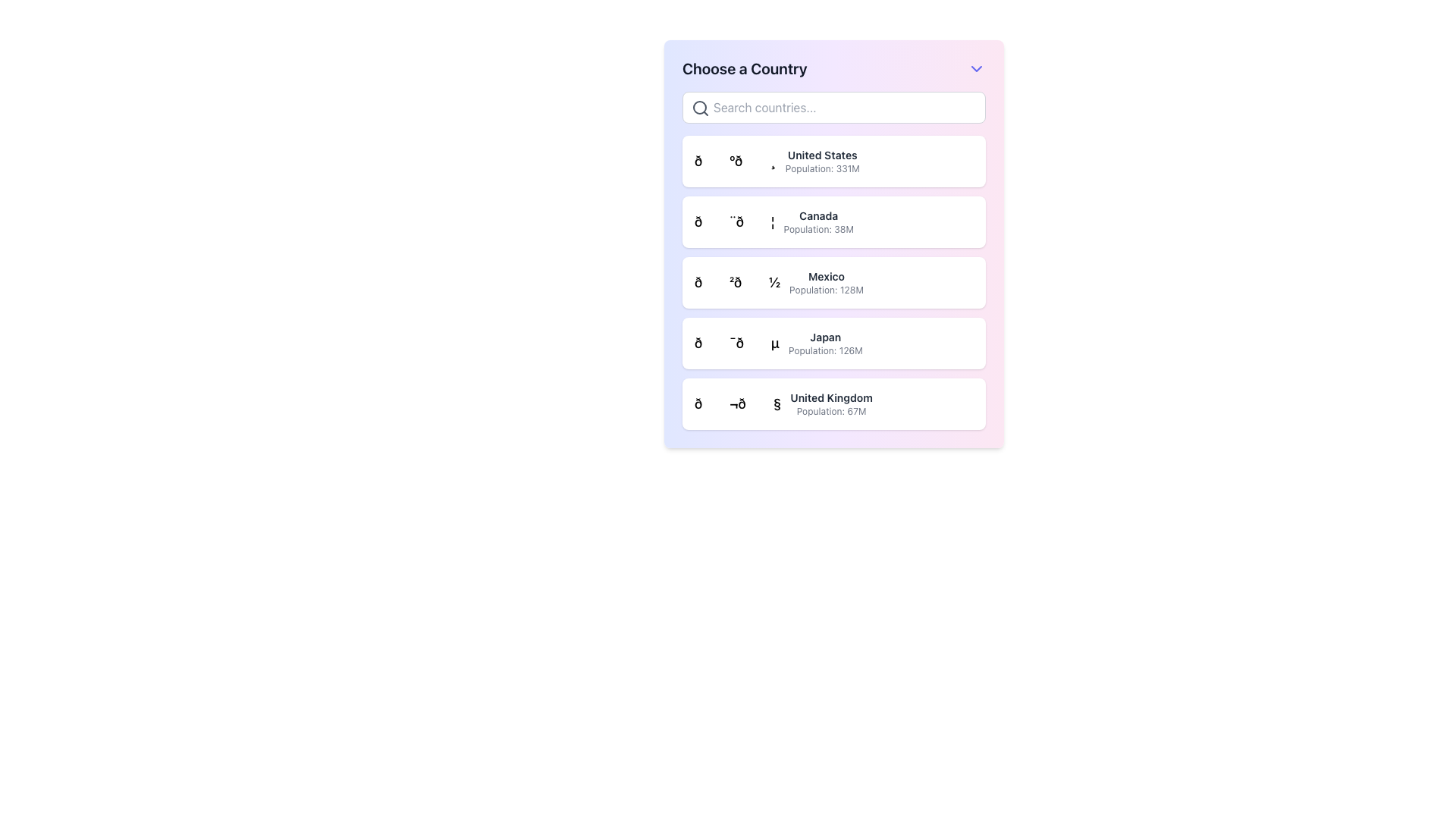 This screenshot has width=1456, height=819. What do you see at coordinates (779, 283) in the screenshot?
I see `the list item displaying information about Mexico, which is the third visible item` at bounding box center [779, 283].